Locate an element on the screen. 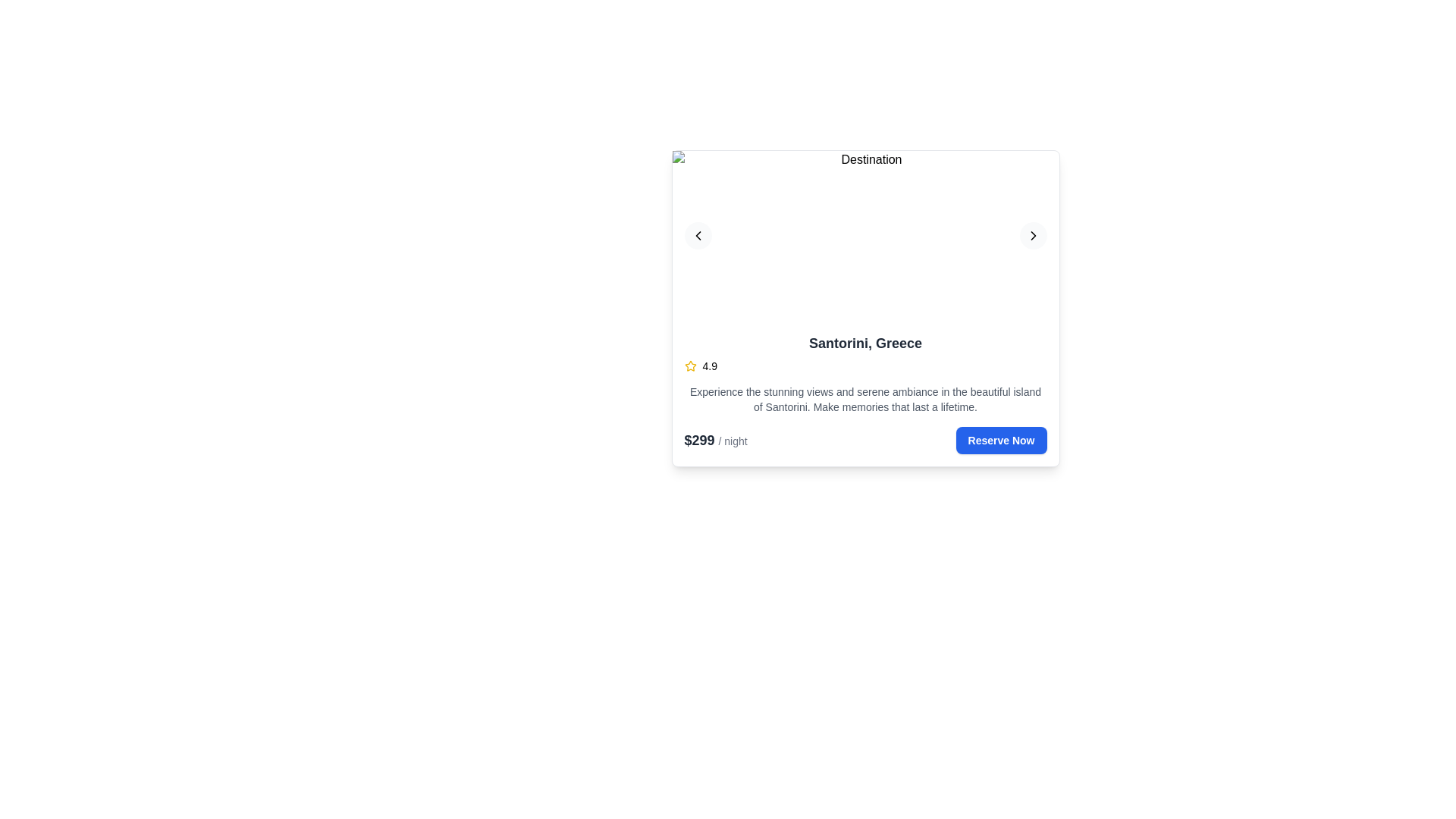 This screenshot has height=819, width=1456. the price value display element located in the pricing section of the main content block is located at coordinates (701, 441).